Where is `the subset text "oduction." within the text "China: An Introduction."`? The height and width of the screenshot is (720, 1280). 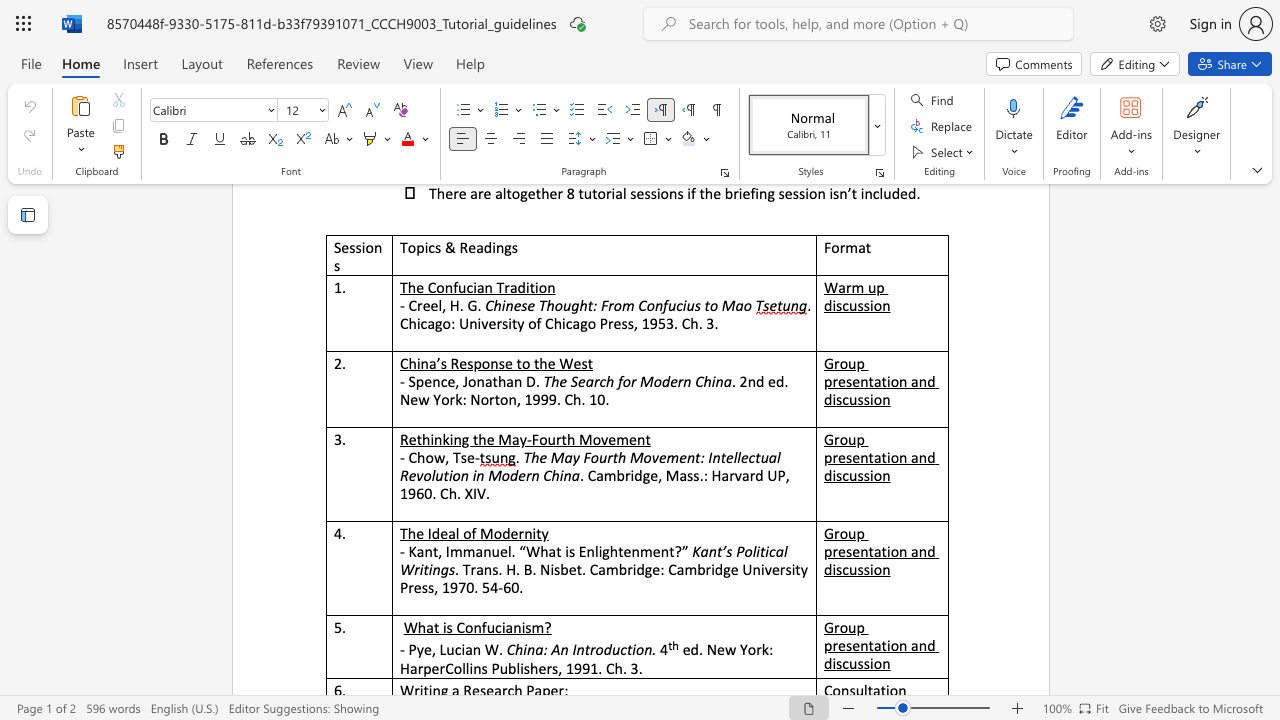 the subset text "oduction." within the text "China: An Introduction." is located at coordinates (594, 649).